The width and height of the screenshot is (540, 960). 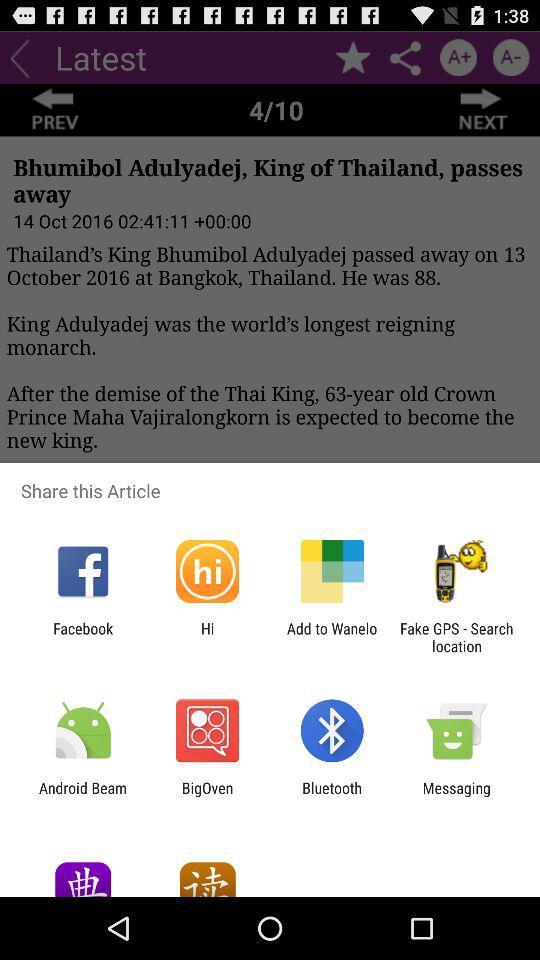 I want to click on the icon next to the hi app, so click(x=82, y=636).